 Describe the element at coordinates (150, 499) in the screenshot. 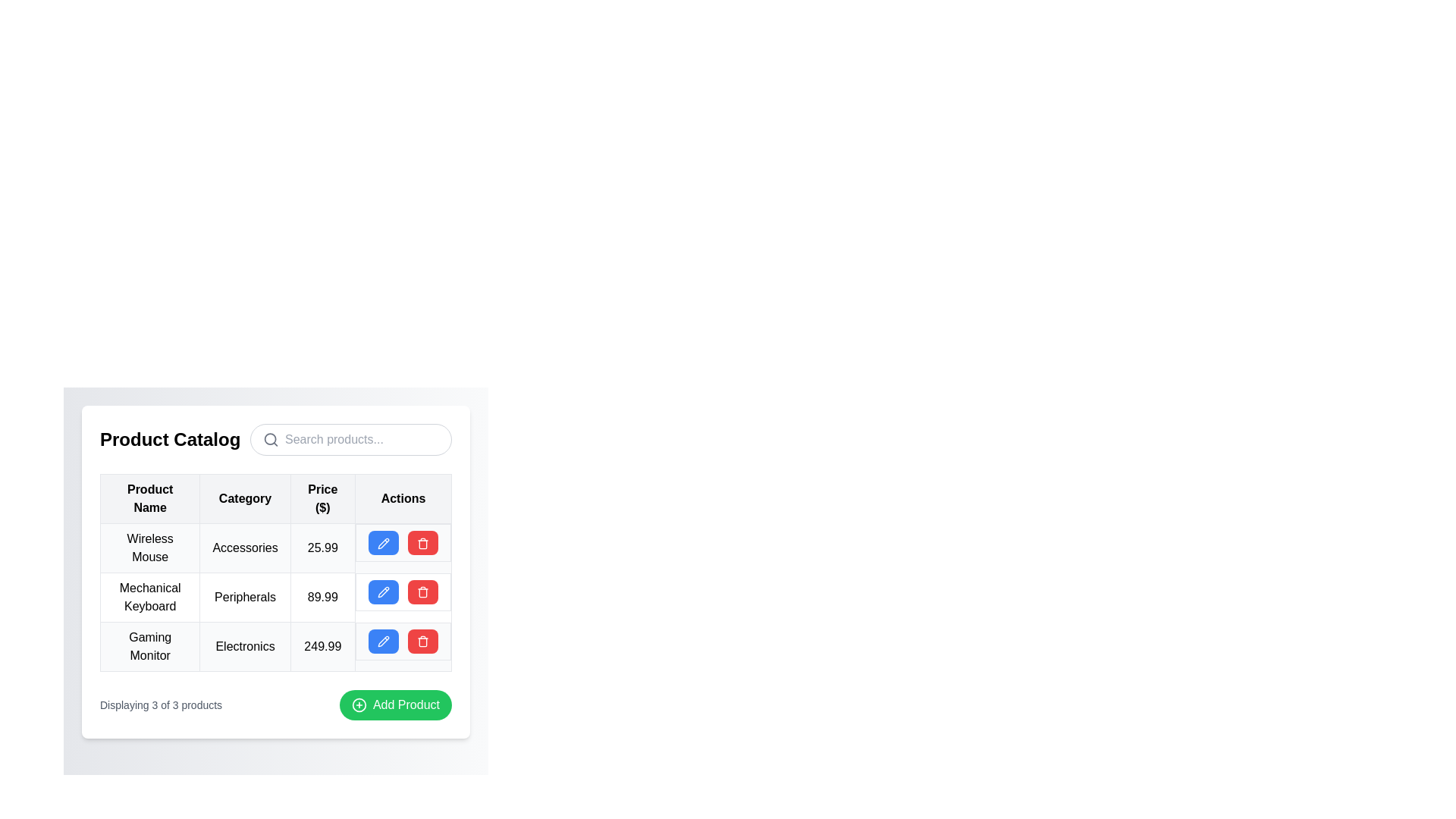

I see `the Table Header Cell indicating product names, which is the first cell in the top row of the table under the 'Product Catalog'` at that location.